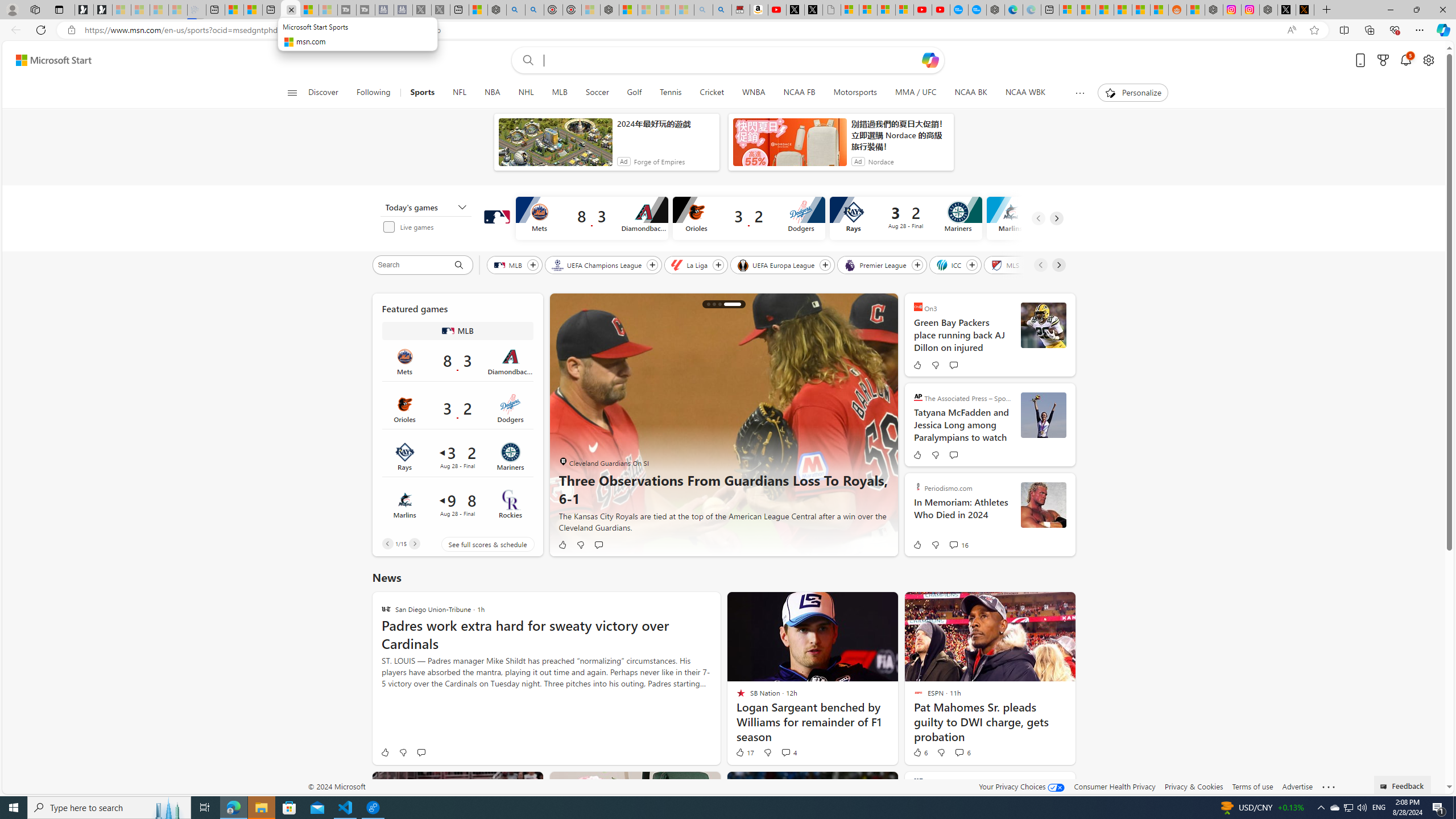 Image resolution: width=1456 pixels, height=819 pixels. Describe the element at coordinates (970, 92) in the screenshot. I see `'NCAA BK'` at that location.